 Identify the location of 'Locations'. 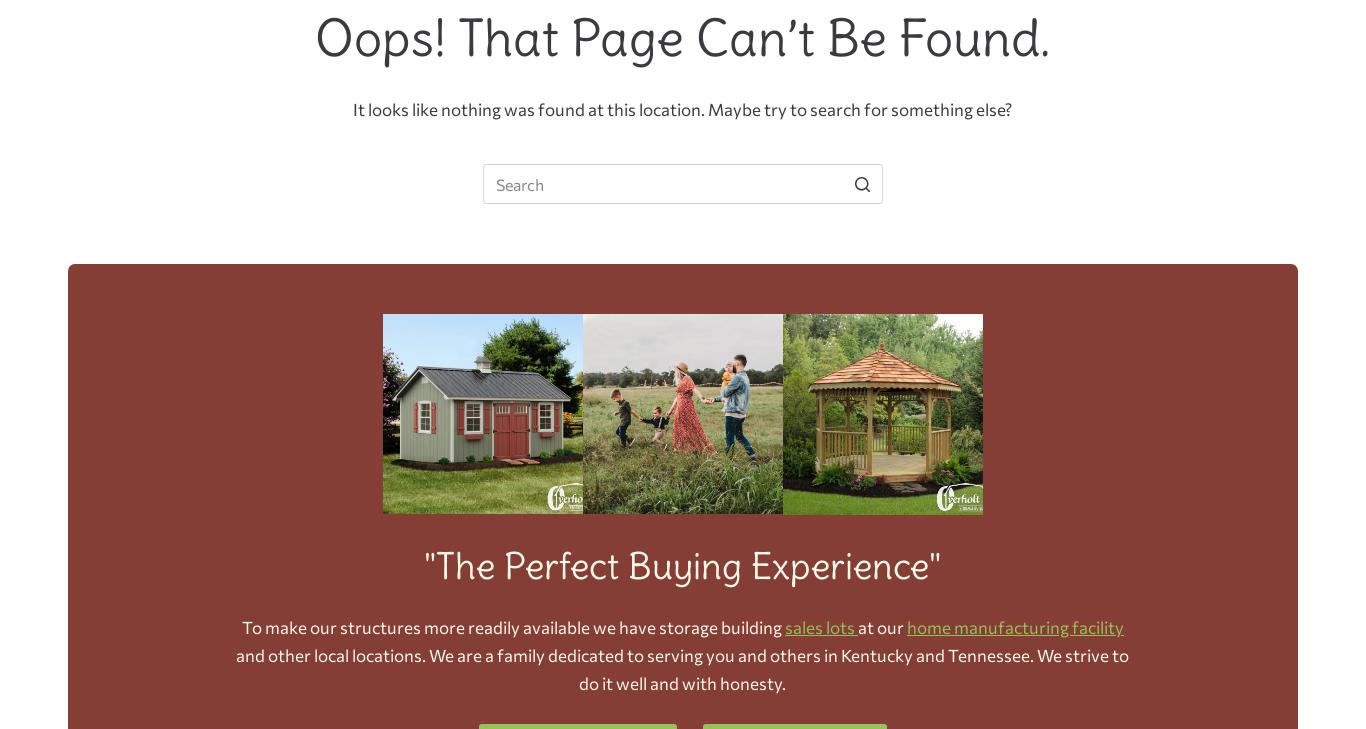
(1052, 117).